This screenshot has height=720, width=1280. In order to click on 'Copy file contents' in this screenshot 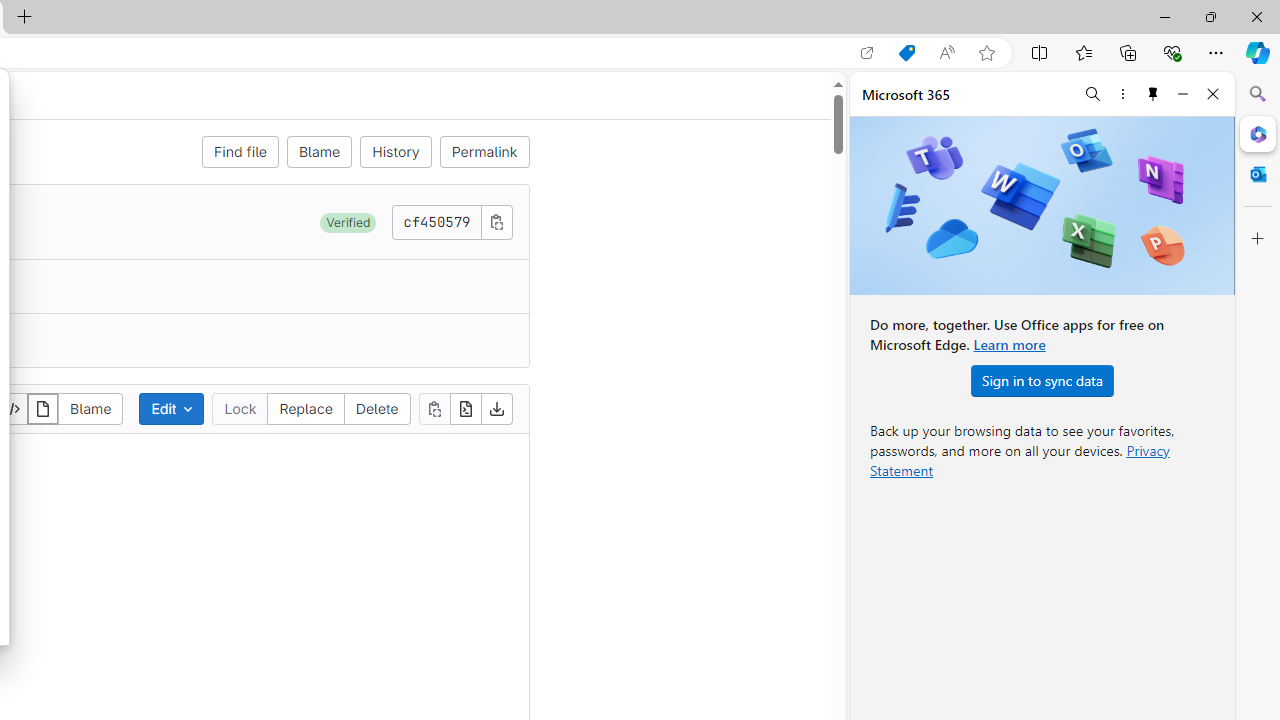, I will do `click(433, 407)`.